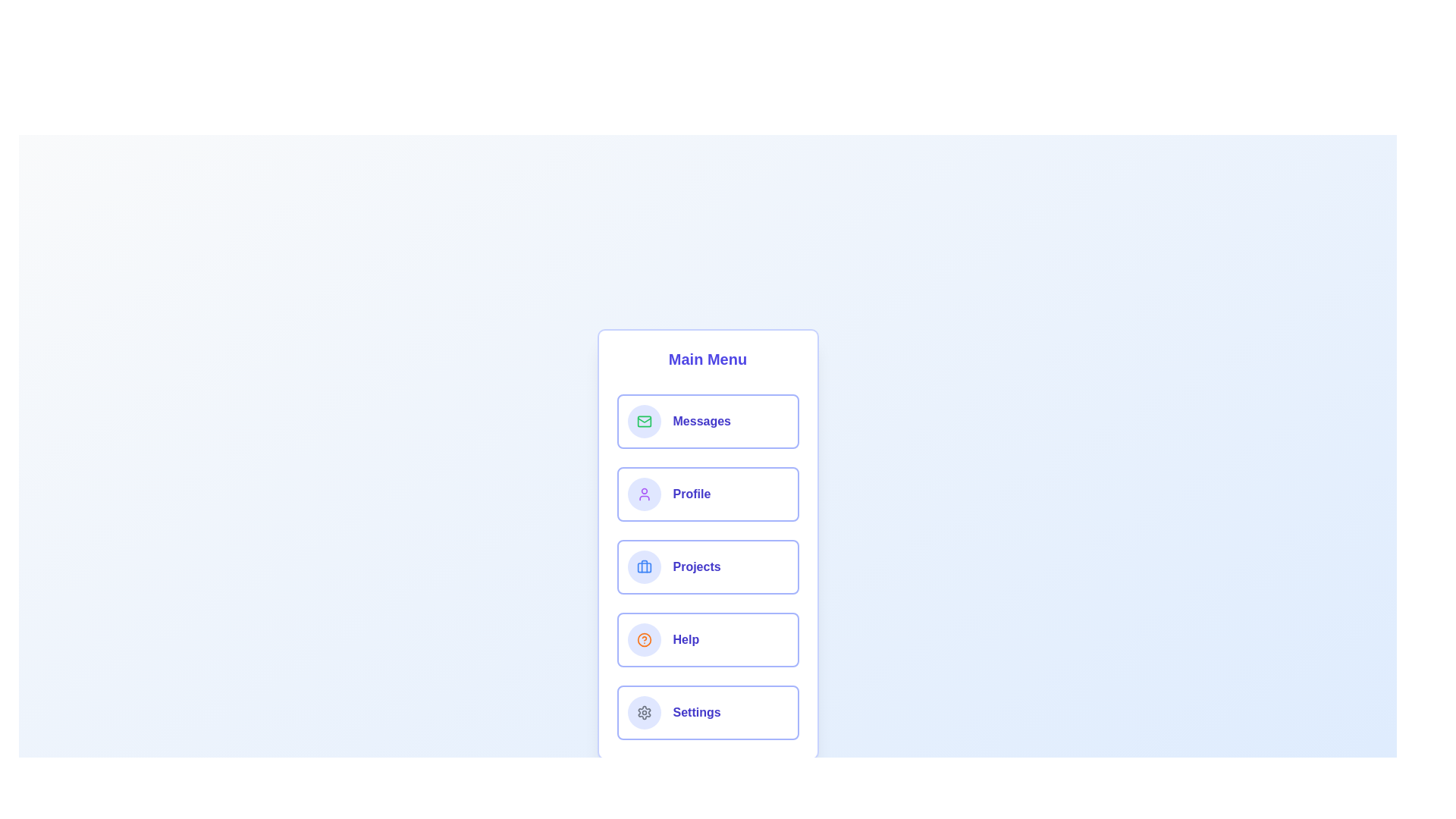 Image resolution: width=1456 pixels, height=819 pixels. I want to click on the menu item labeled 'Settings' to observe the hover effect, so click(707, 713).